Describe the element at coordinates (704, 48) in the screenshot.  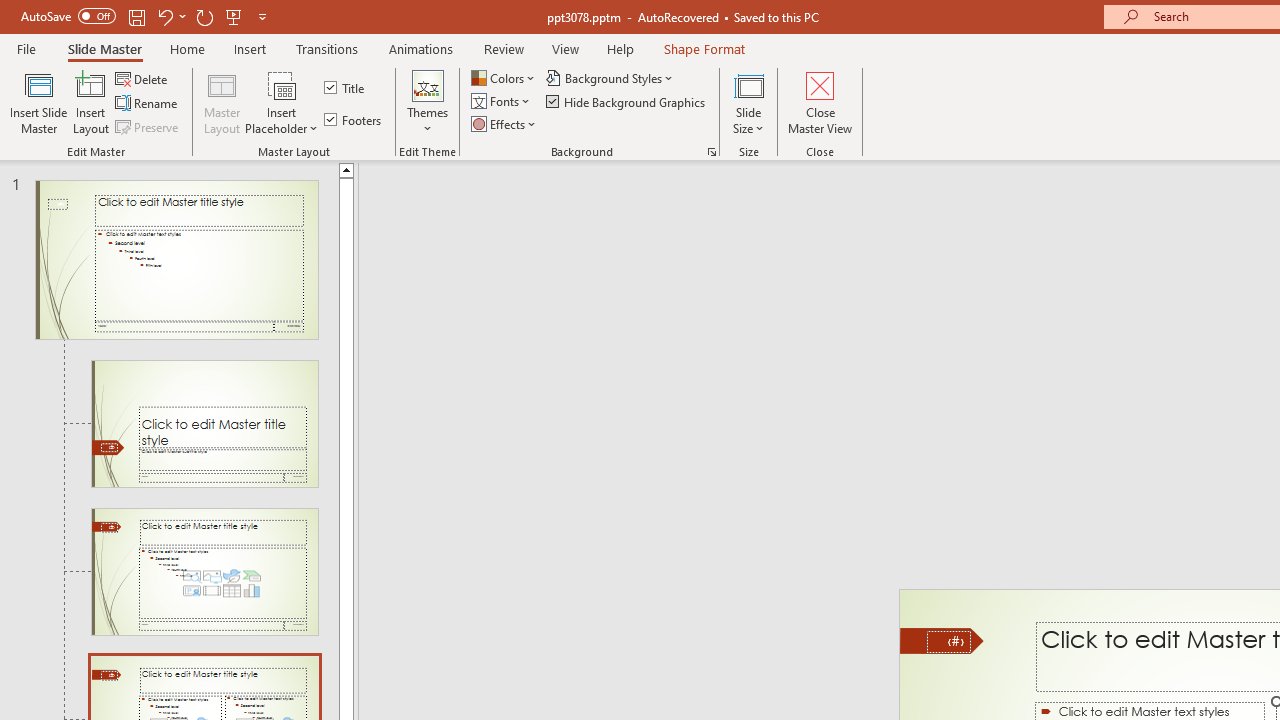
I see `'Shape Format'` at that location.